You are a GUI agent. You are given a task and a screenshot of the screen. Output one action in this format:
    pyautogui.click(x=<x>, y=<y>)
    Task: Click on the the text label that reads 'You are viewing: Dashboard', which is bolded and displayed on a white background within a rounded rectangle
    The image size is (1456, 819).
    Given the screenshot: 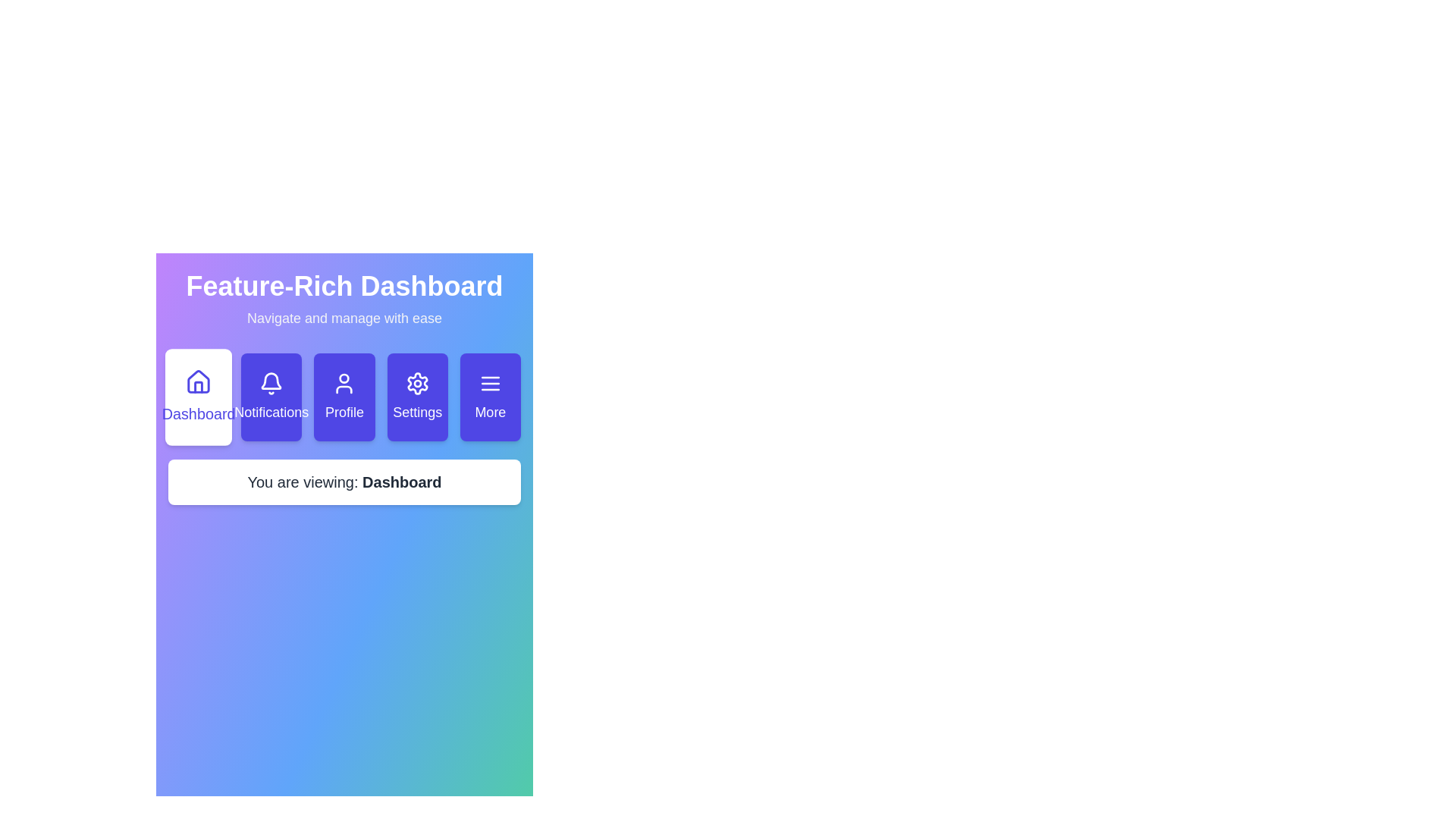 What is the action you would take?
    pyautogui.click(x=344, y=482)
    